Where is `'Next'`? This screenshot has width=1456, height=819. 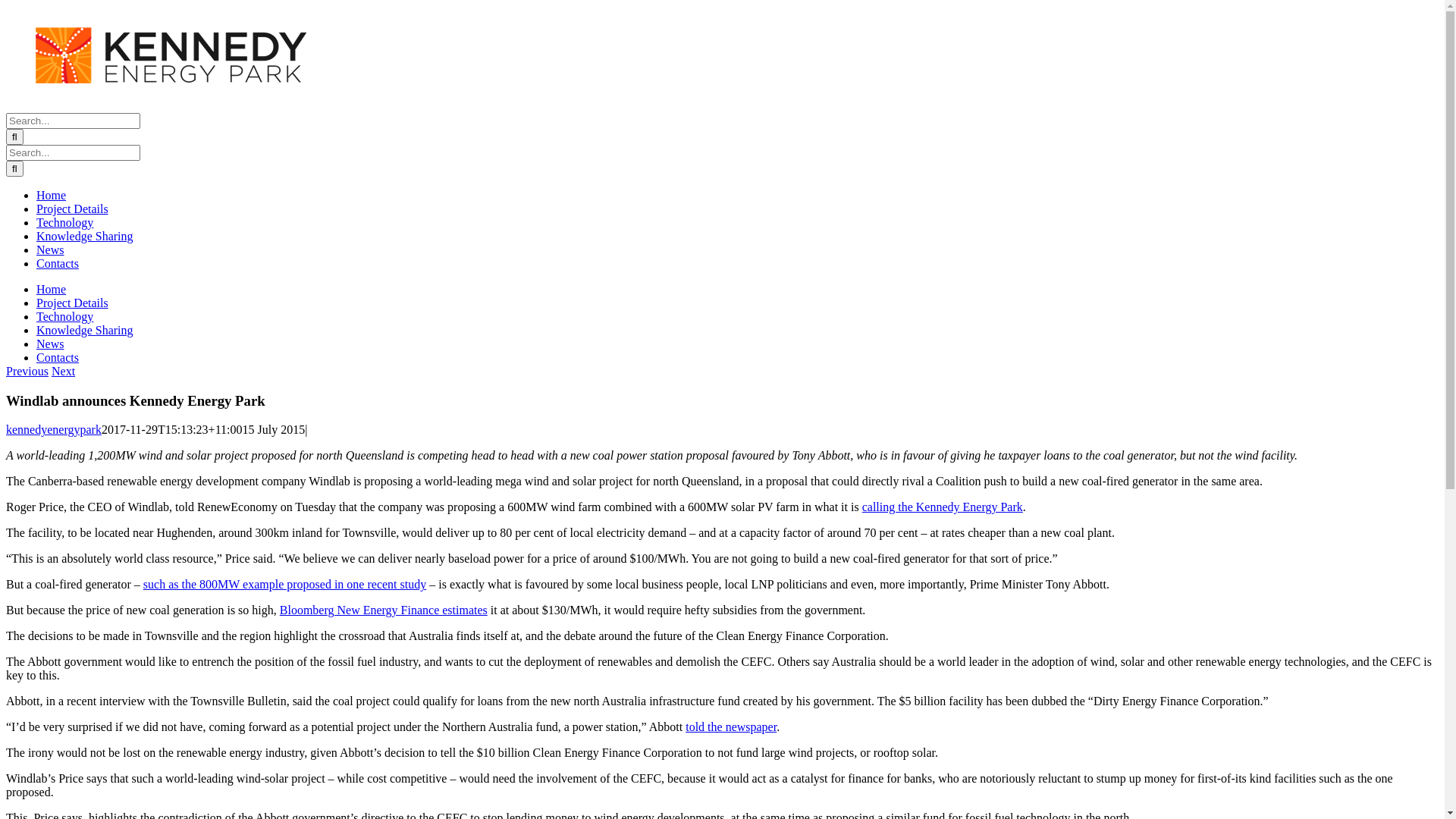
'Next' is located at coordinates (51, 371).